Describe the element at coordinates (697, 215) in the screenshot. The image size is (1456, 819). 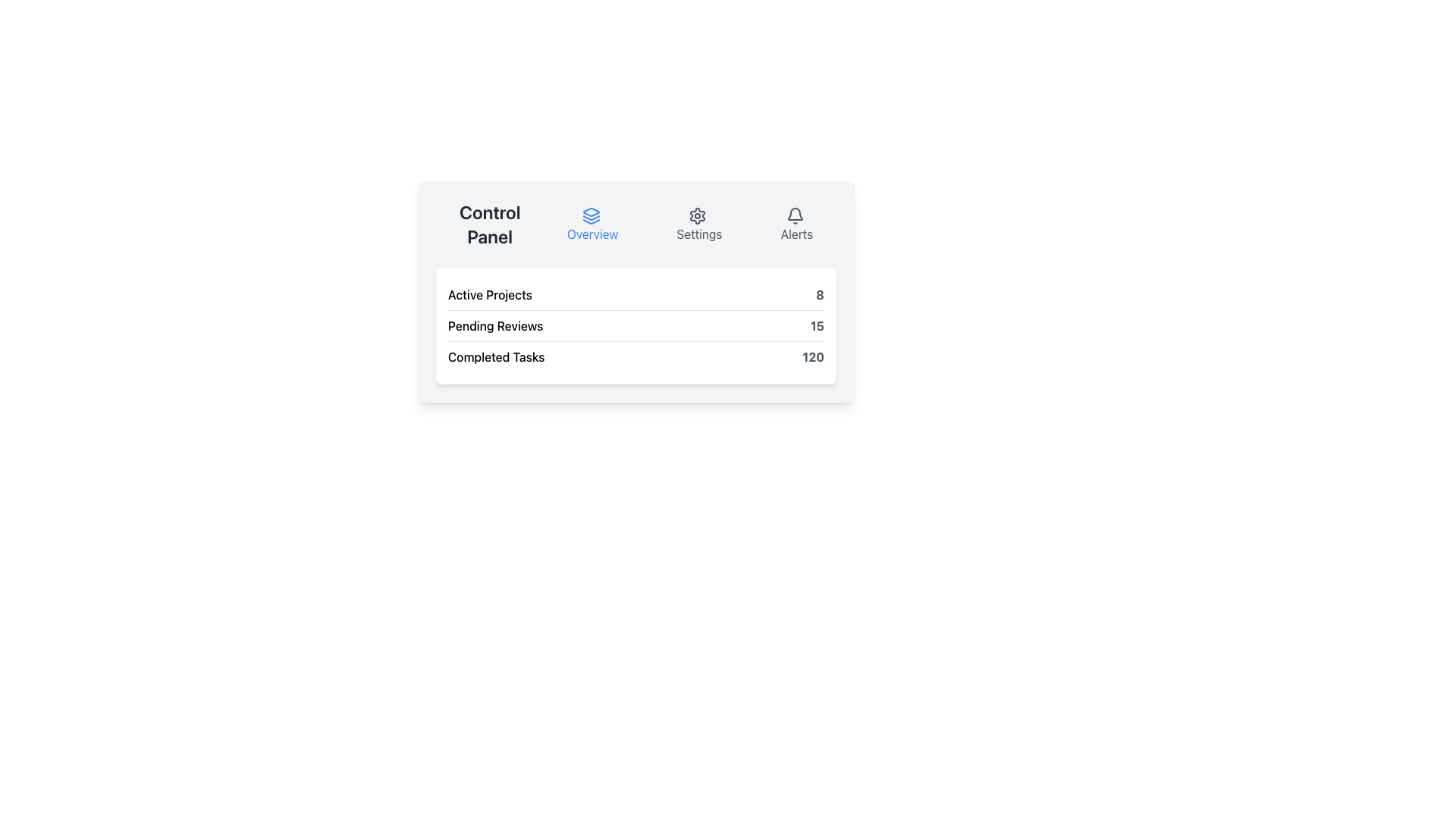
I see `the settings icon located in the top menu bar` at that location.